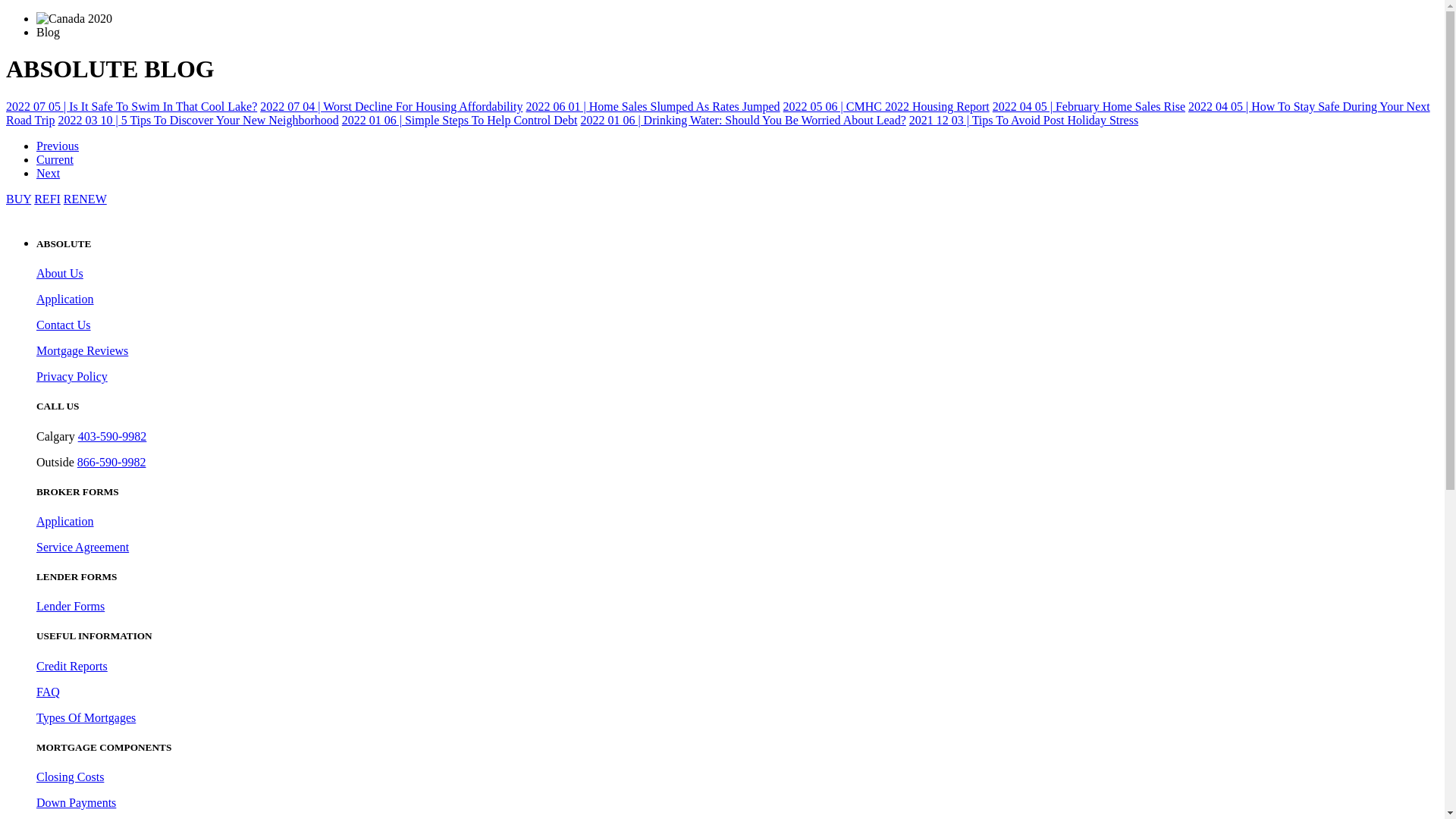  What do you see at coordinates (82, 547) in the screenshot?
I see `'Service Agreement'` at bounding box center [82, 547].